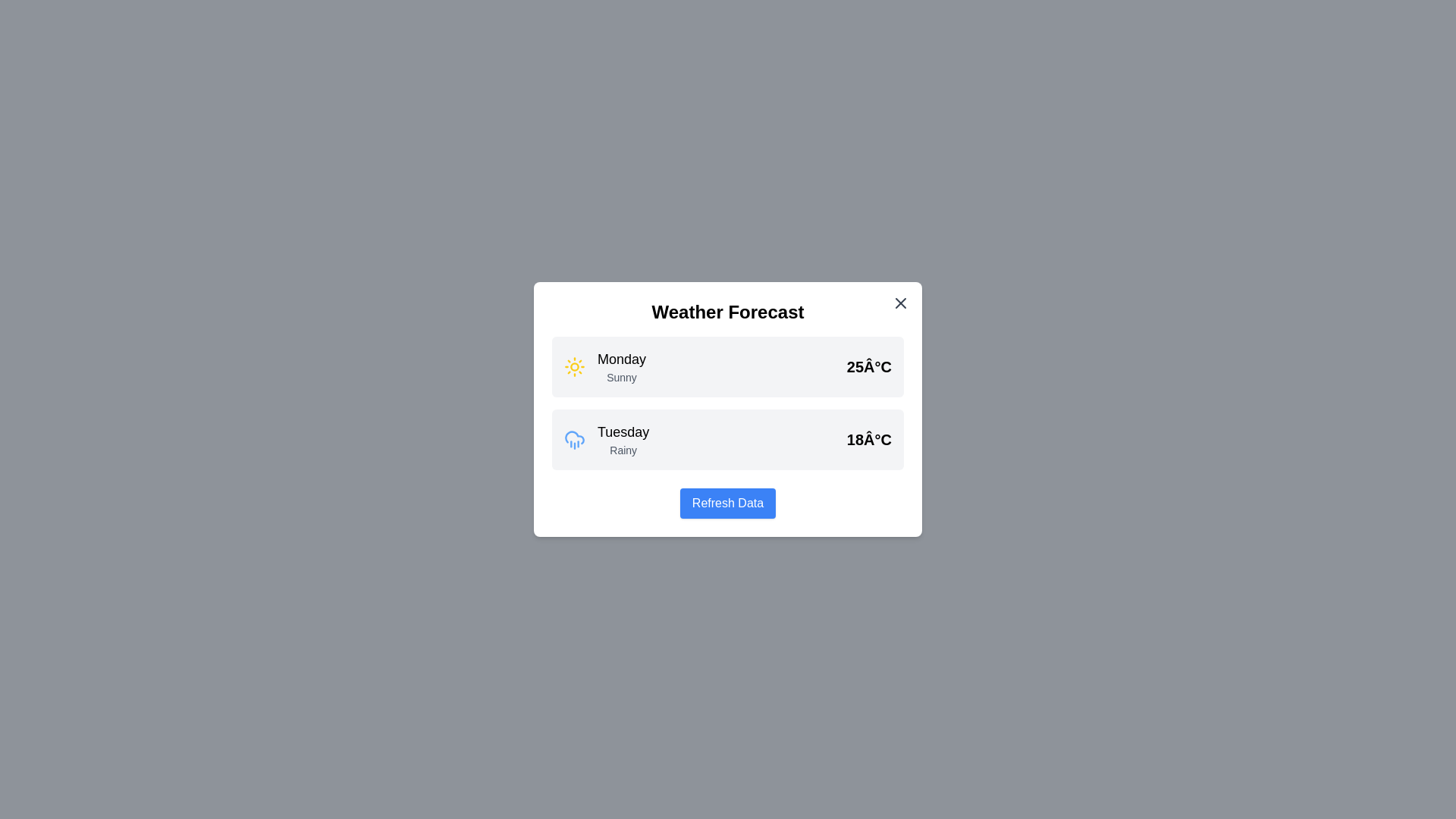 This screenshot has height=819, width=1456. I want to click on the close button (X icon) located at the top right corner of the 'Weather Forecast' modal, so click(901, 303).